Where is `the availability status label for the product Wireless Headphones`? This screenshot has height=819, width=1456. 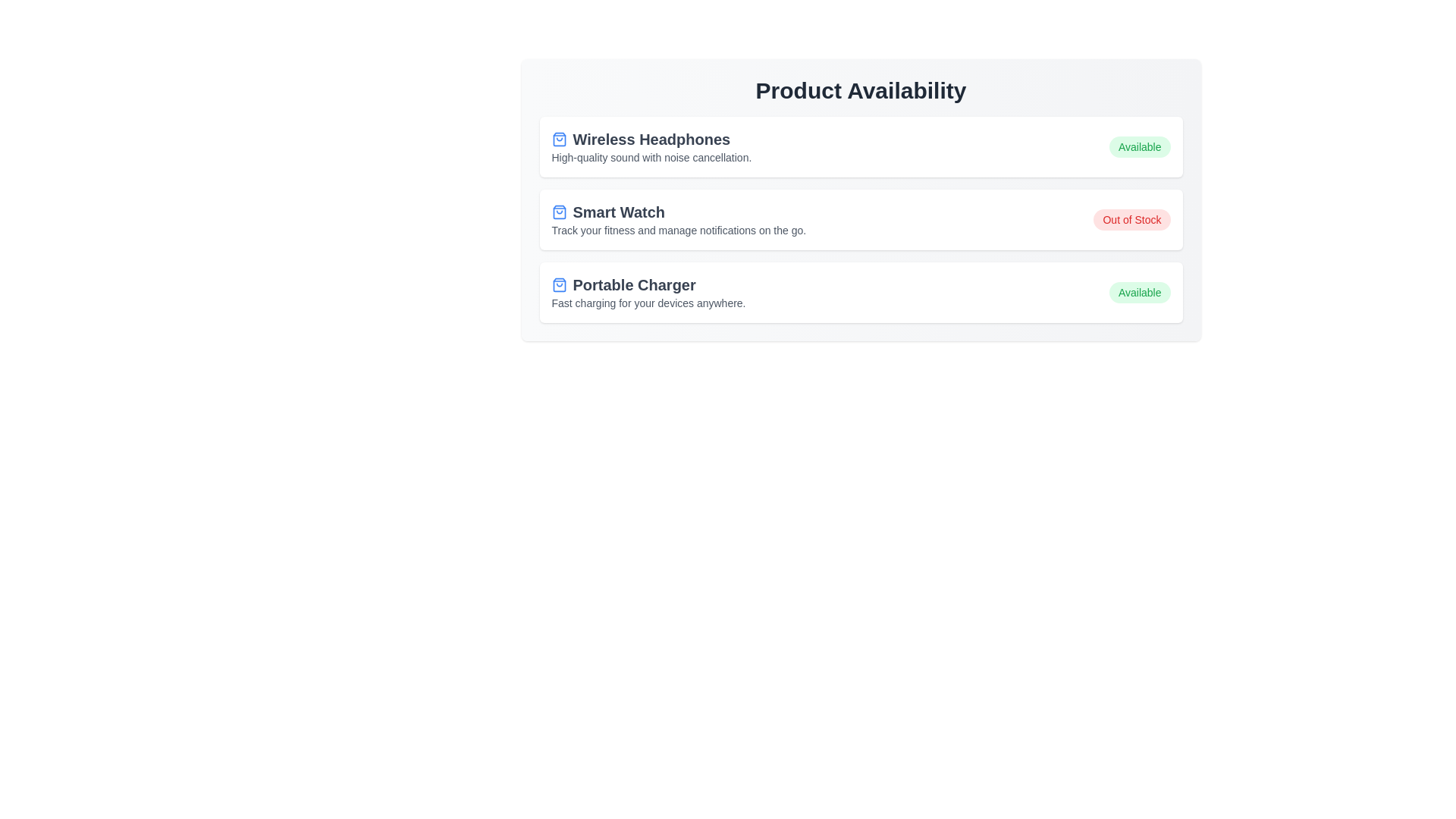 the availability status label for the product Wireless Headphones is located at coordinates (1140, 146).